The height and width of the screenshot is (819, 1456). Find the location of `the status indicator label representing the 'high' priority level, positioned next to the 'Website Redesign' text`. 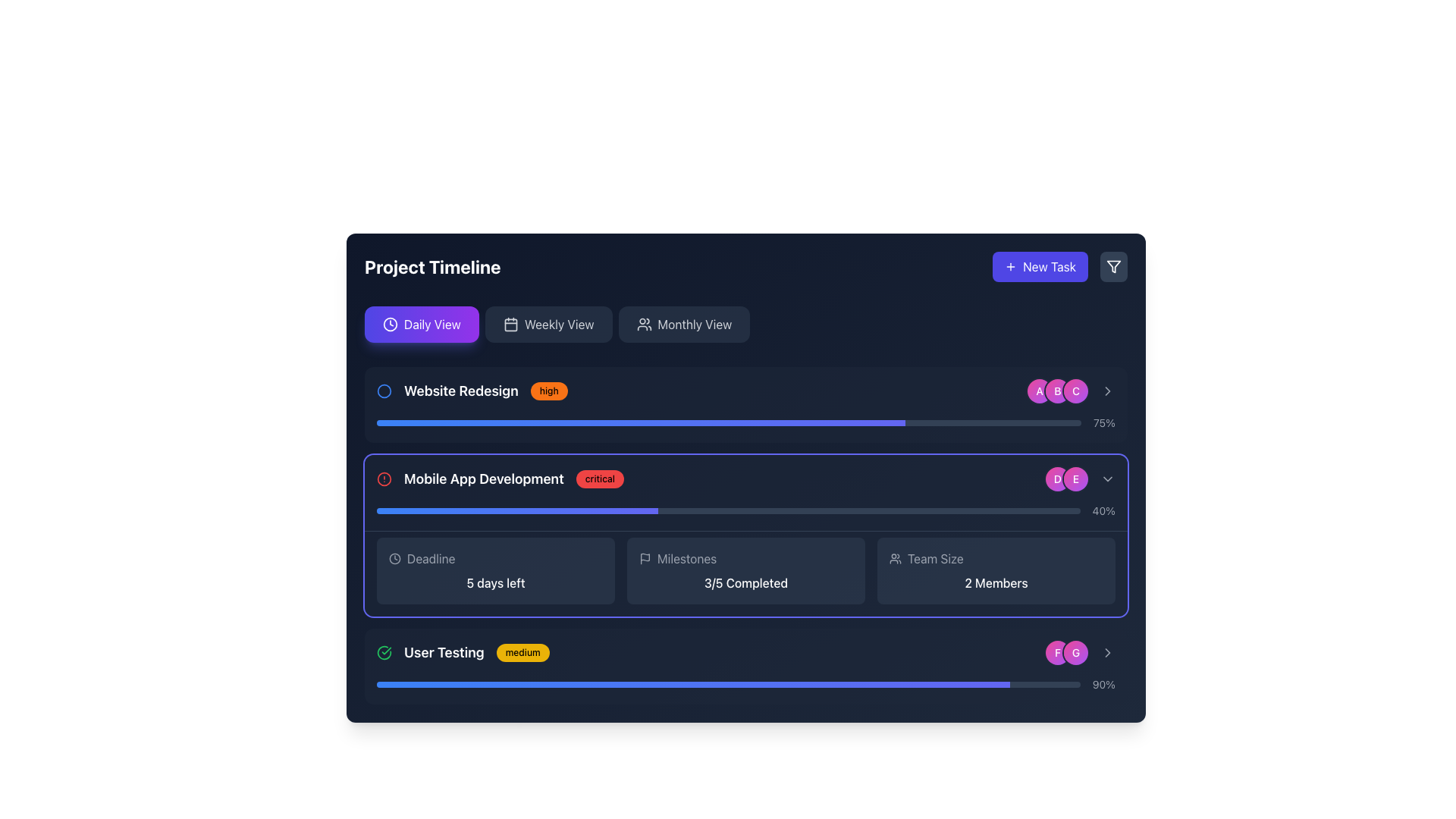

the status indicator label representing the 'high' priority level, positioned next to the 'Website Redesign' text is located at coordinates (548, 391).